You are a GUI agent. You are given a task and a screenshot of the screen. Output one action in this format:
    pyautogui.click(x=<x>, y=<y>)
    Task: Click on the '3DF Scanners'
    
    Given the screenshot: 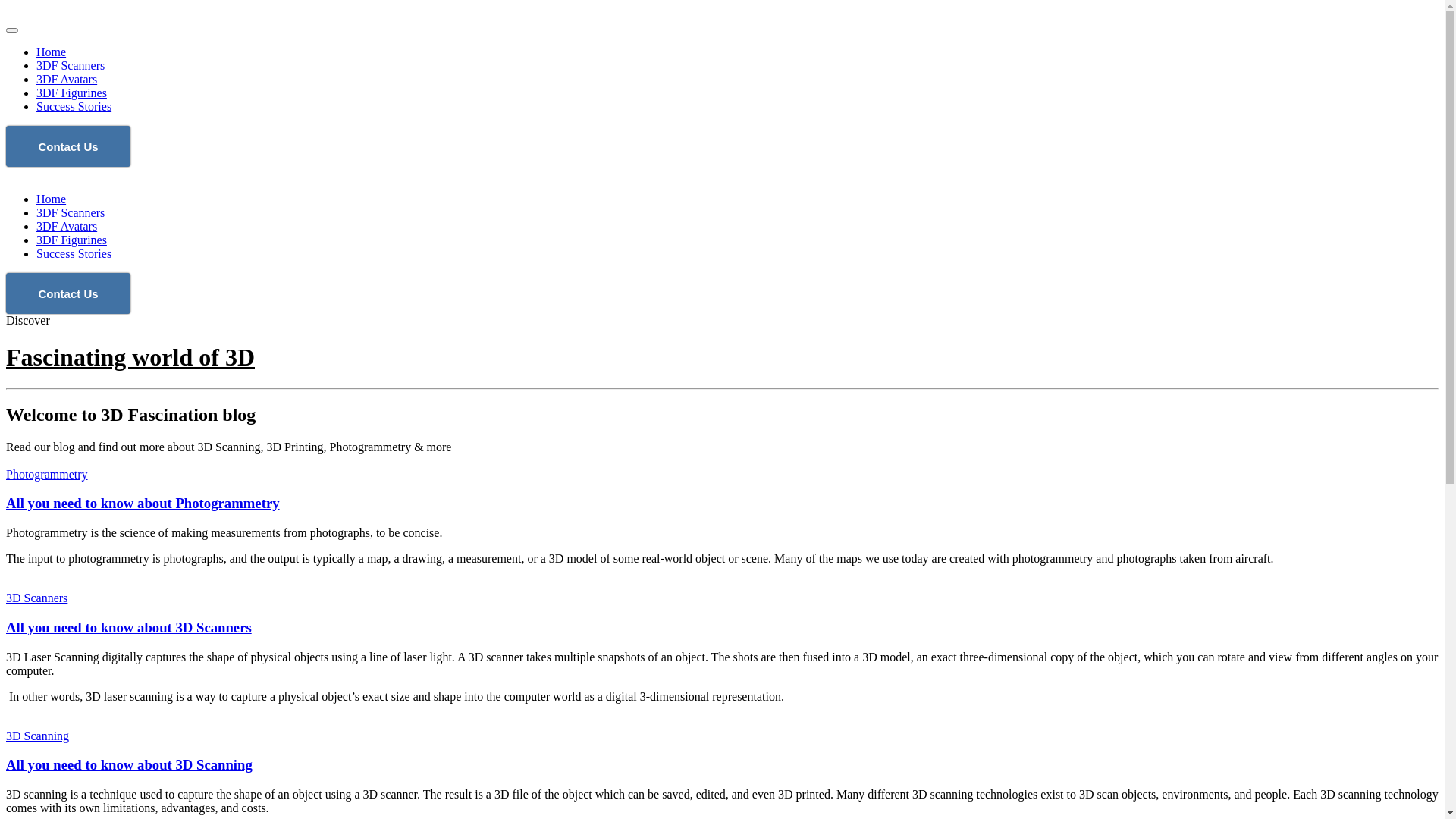 What is the action you would take?
    pyautogui.click(x=69, y=64)
    